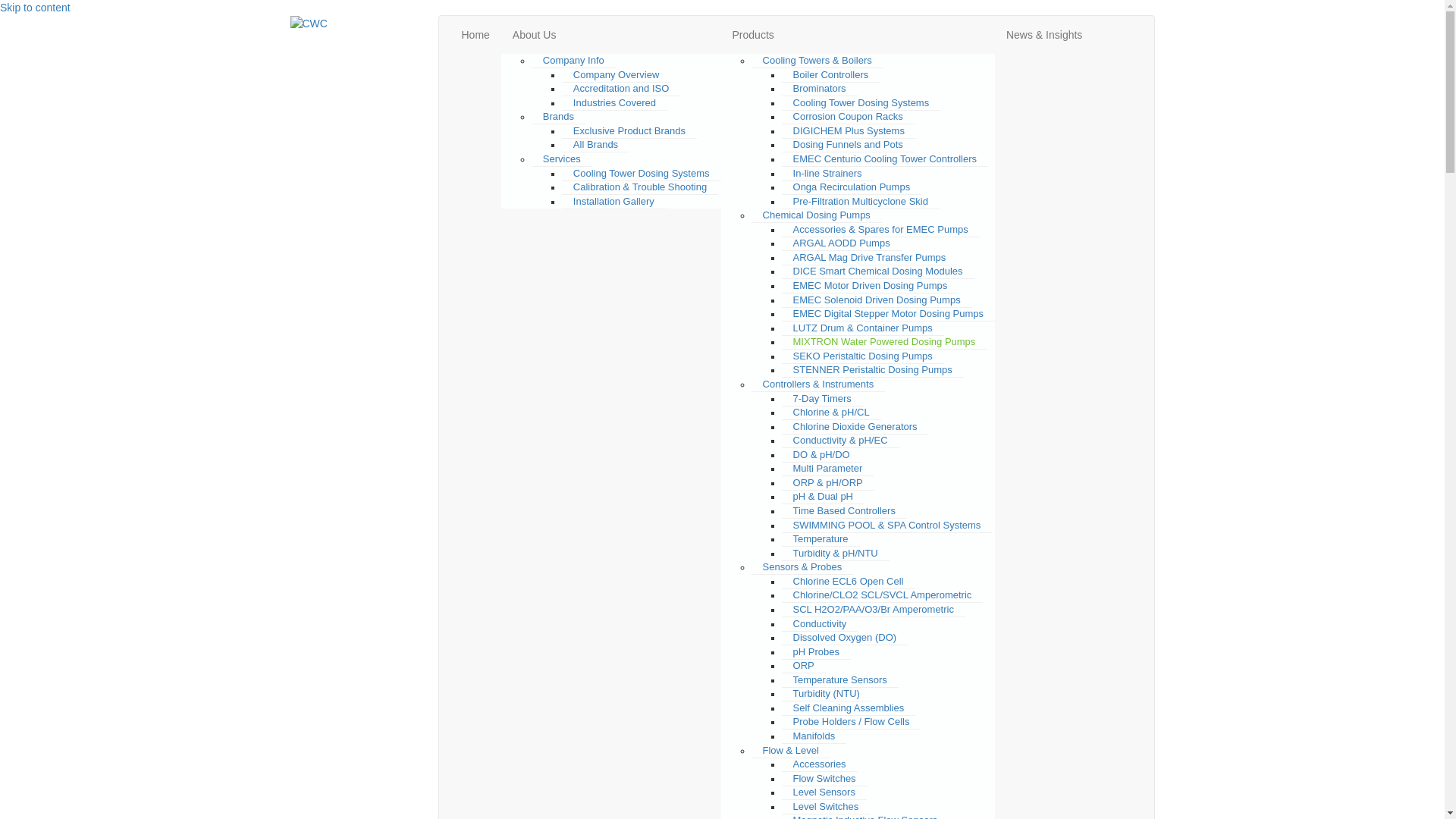 Image resolution: width=1456 pixels, height=819 pixels. What do you see at coordinates (818, 88) in the screenshot?
I see `'Brominators'` at bounding box center [818, 88].